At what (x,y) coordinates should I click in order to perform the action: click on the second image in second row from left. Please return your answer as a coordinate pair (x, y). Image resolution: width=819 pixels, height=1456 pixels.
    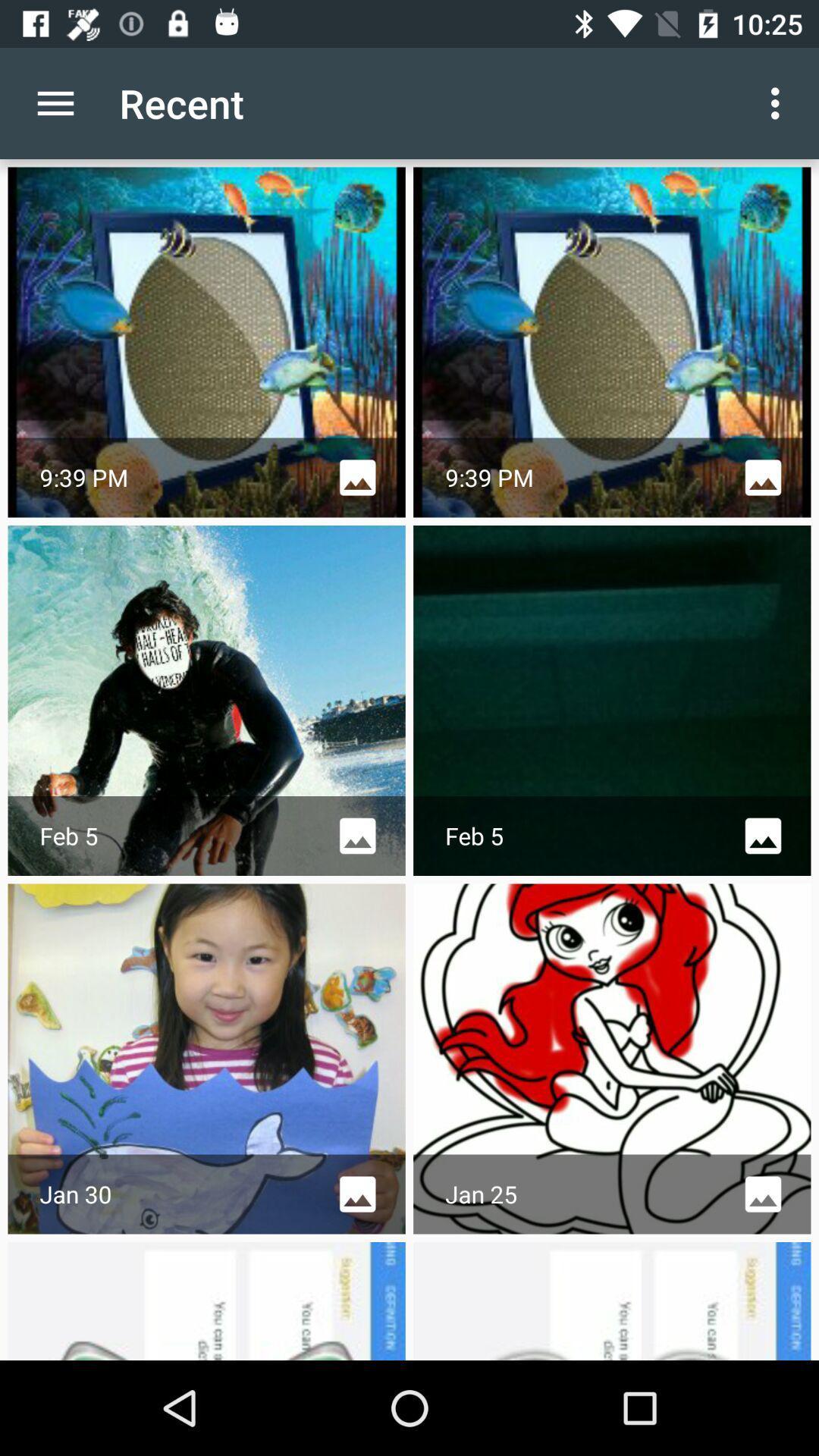
    Looking at the image, I should click on (611, 700).